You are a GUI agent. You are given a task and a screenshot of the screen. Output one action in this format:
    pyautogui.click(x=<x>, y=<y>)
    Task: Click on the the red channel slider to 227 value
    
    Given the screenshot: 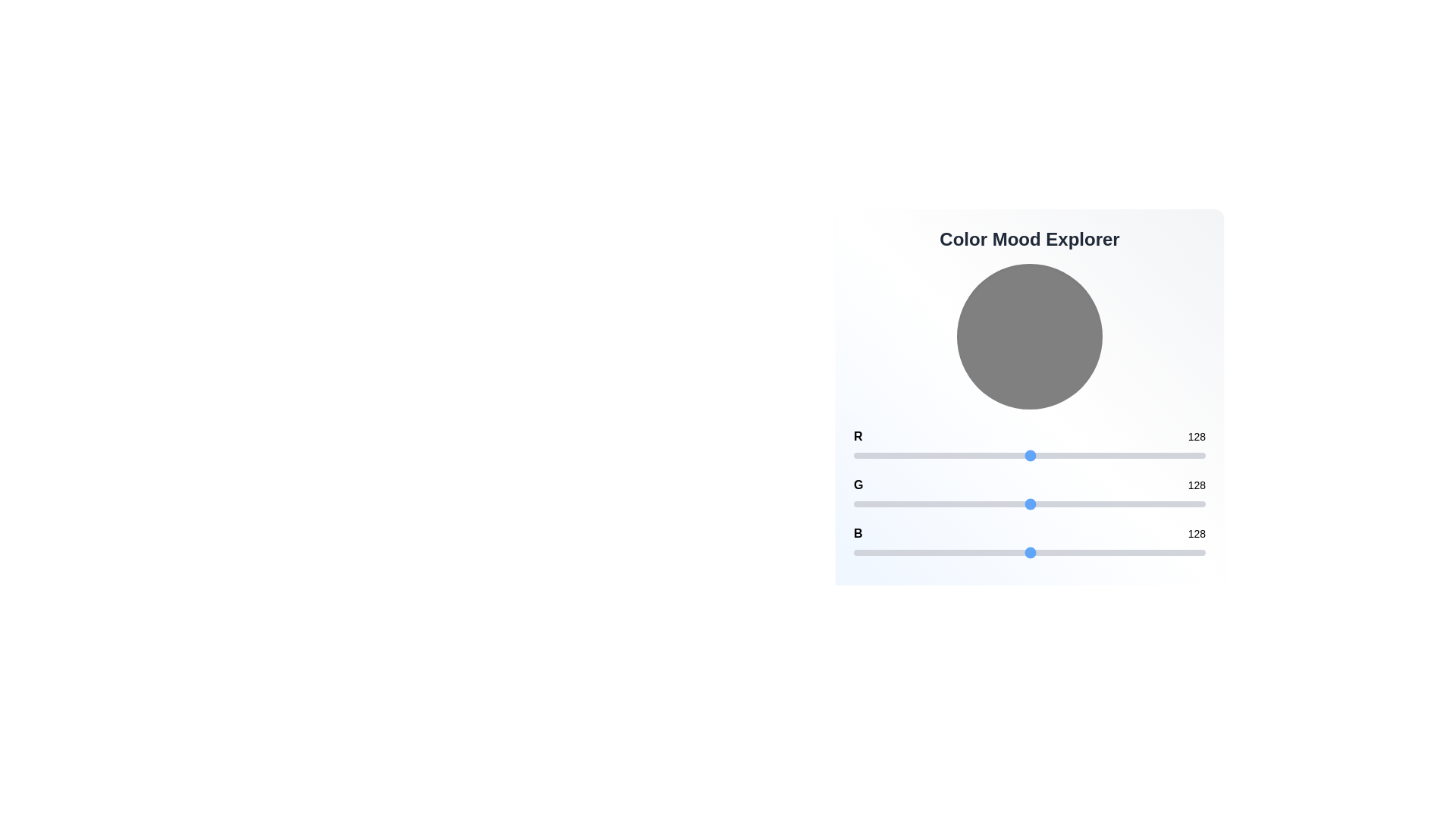 What is the action you would take?
    pyautogui.click(x=1166, y=455)
    